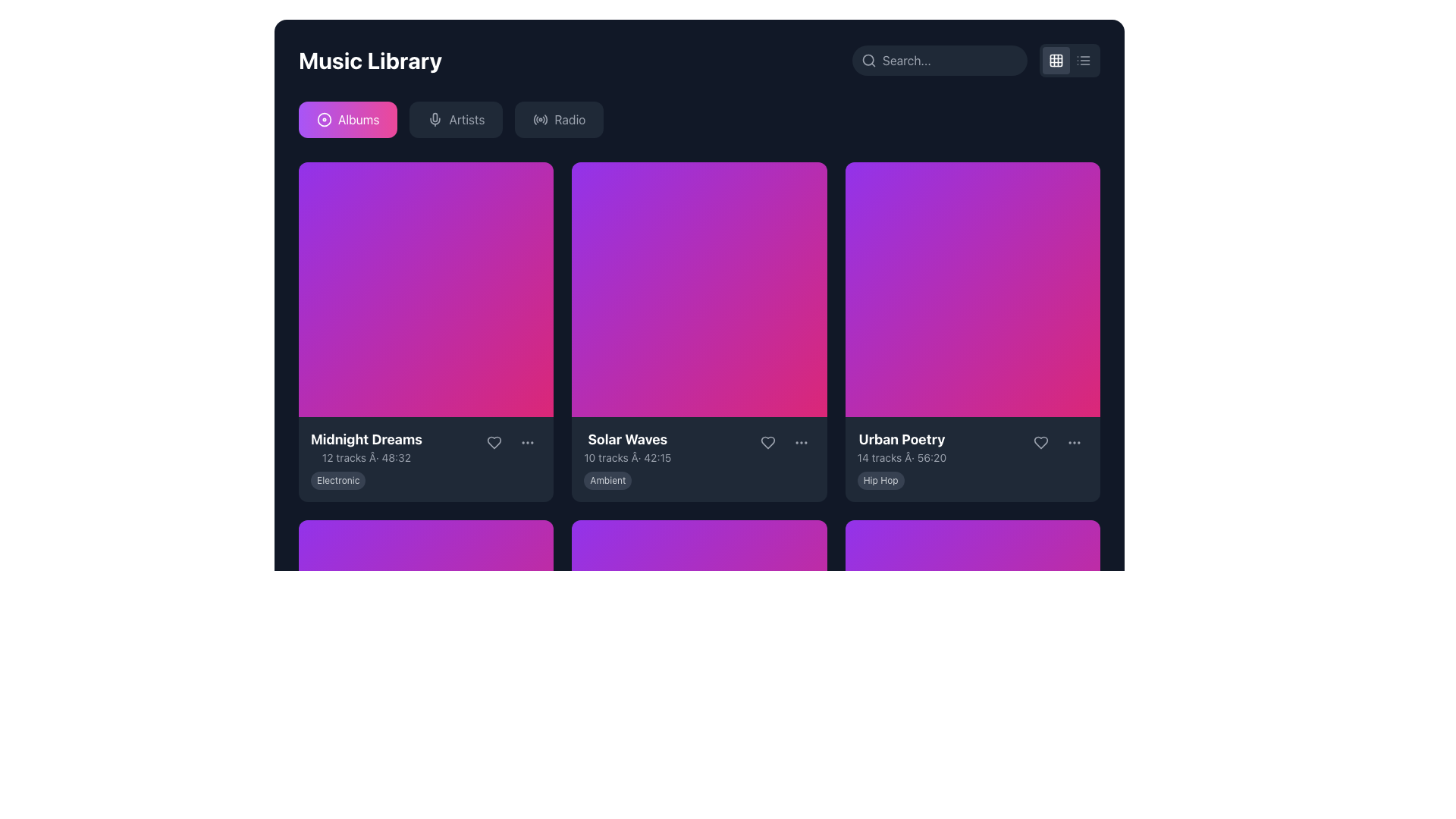 The width and height of the screenshot is (1456, 819). What do you see at coordinates (1073, 442) in the screenshot?
I see `the ellipsis icon represented by three equally spaced dots in the bottom-right corner of the 'Urban Poetry' card` at bounding box center [1073, 442].